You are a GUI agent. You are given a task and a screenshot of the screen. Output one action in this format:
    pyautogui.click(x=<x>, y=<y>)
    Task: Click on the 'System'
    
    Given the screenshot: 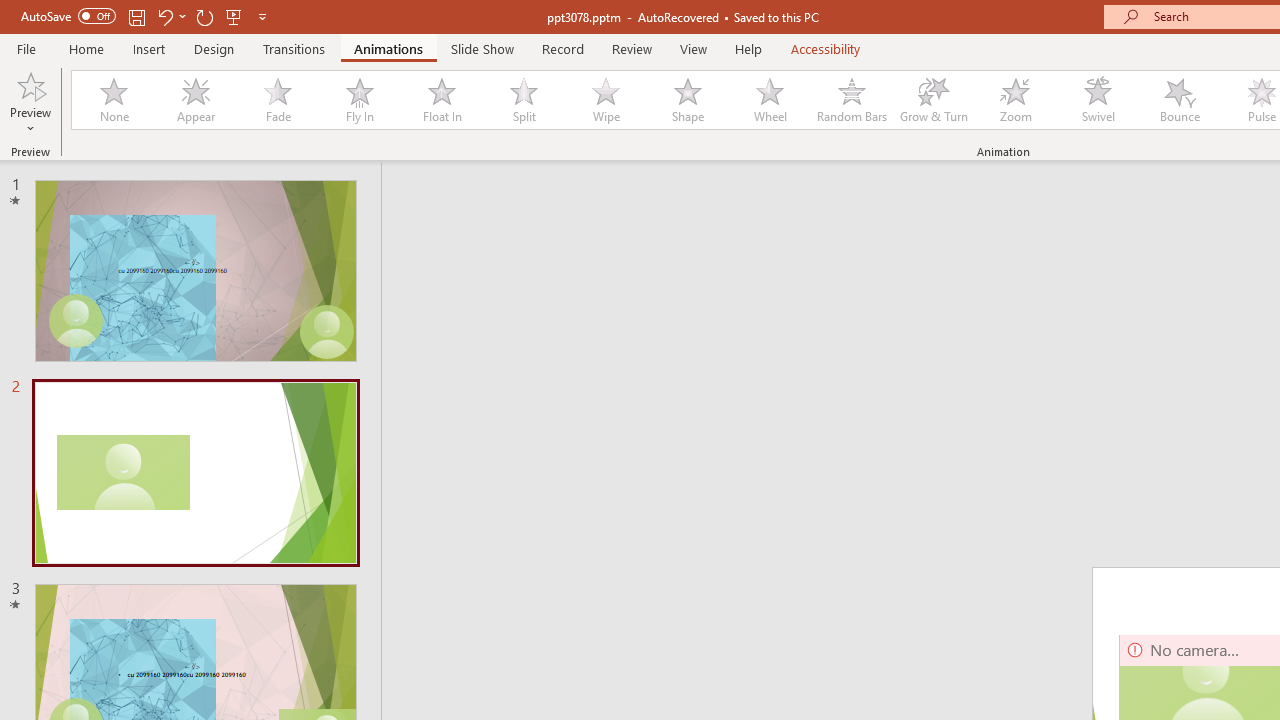 What is the action you would take?
    pyautogui.click(x=10, y=11)
    